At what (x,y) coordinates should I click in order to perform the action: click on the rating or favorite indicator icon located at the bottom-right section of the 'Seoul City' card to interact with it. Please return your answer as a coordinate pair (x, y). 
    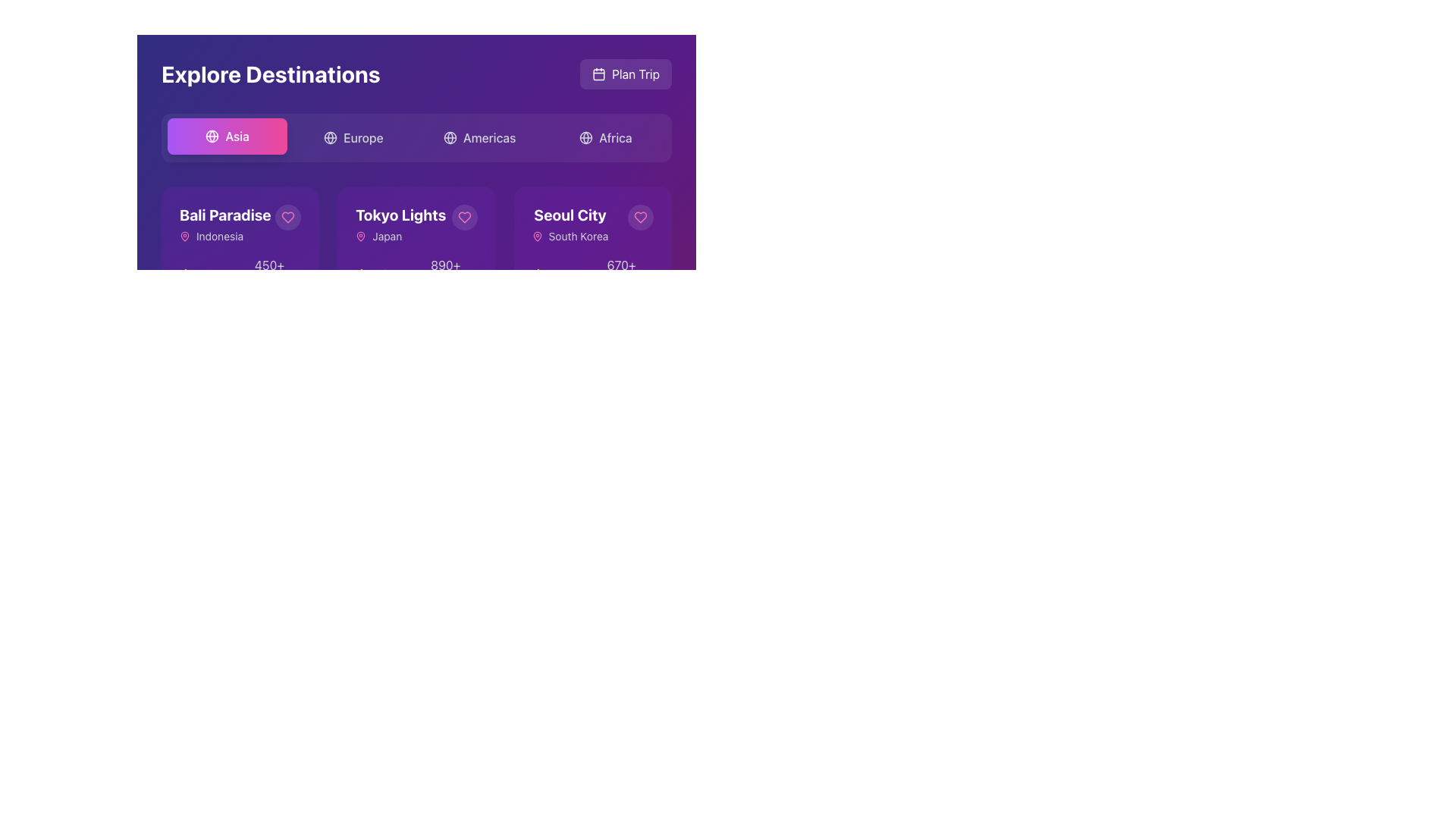
    Looking at the image, I should click on (538, 274).